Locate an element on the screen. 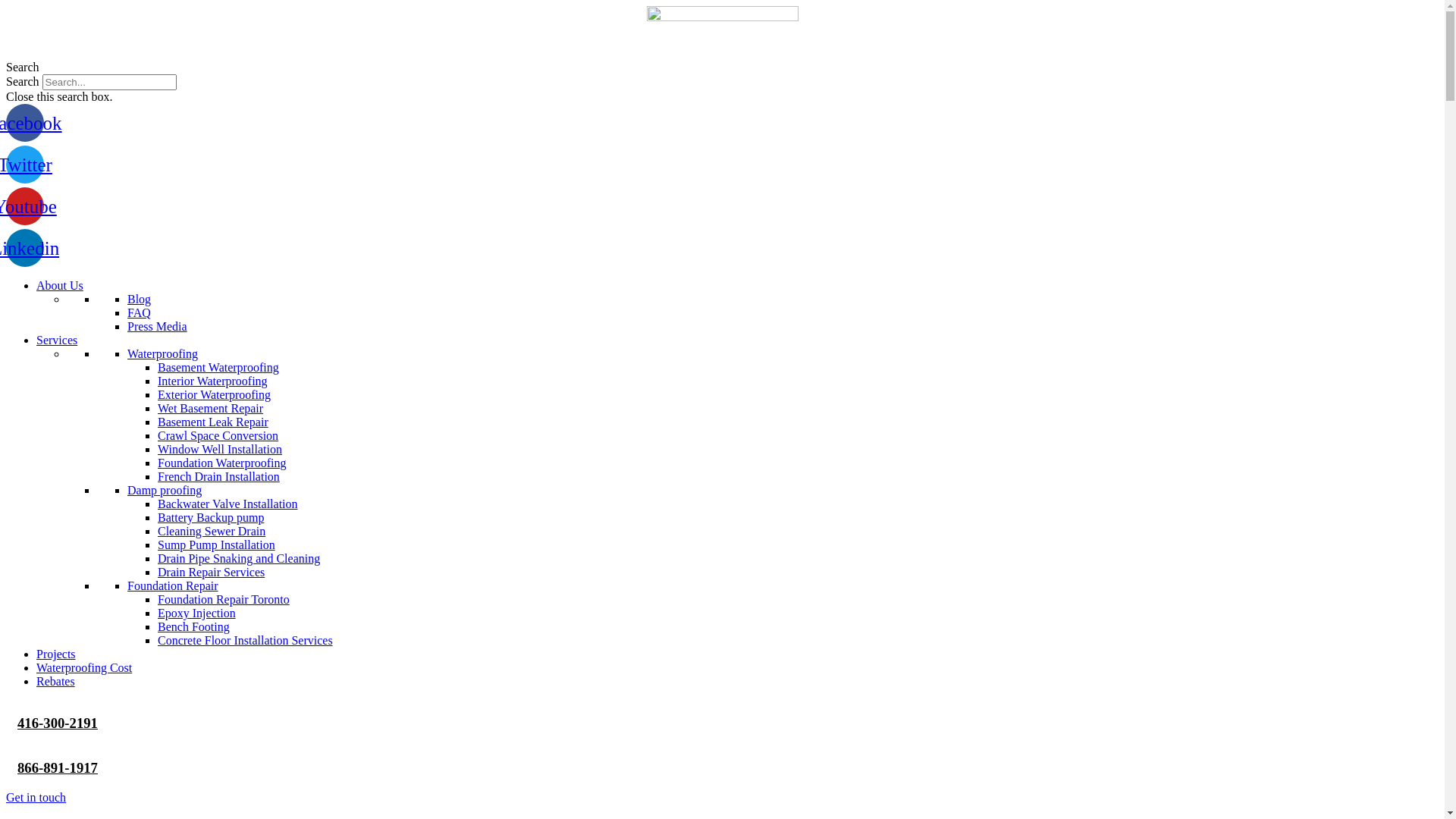  'Foundation Waterproofing' is located at coordinates (221, 462).